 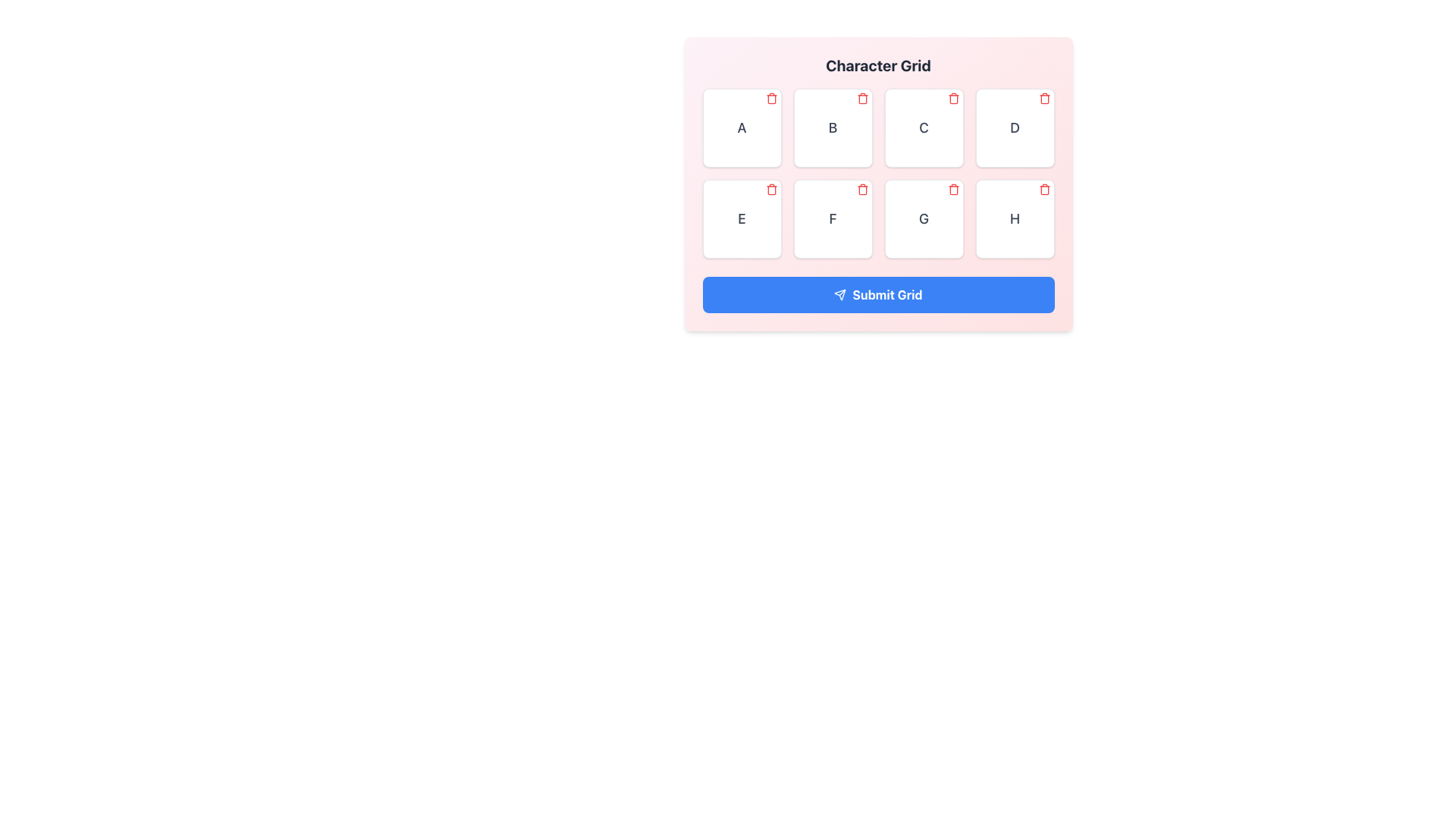 What do you see at coordinates (839, 295) in the screenshot?
I see `the paper plane icon within the 'Submit Grid' button, which is located to the left of the button's text` at bounding box center [839, 295].